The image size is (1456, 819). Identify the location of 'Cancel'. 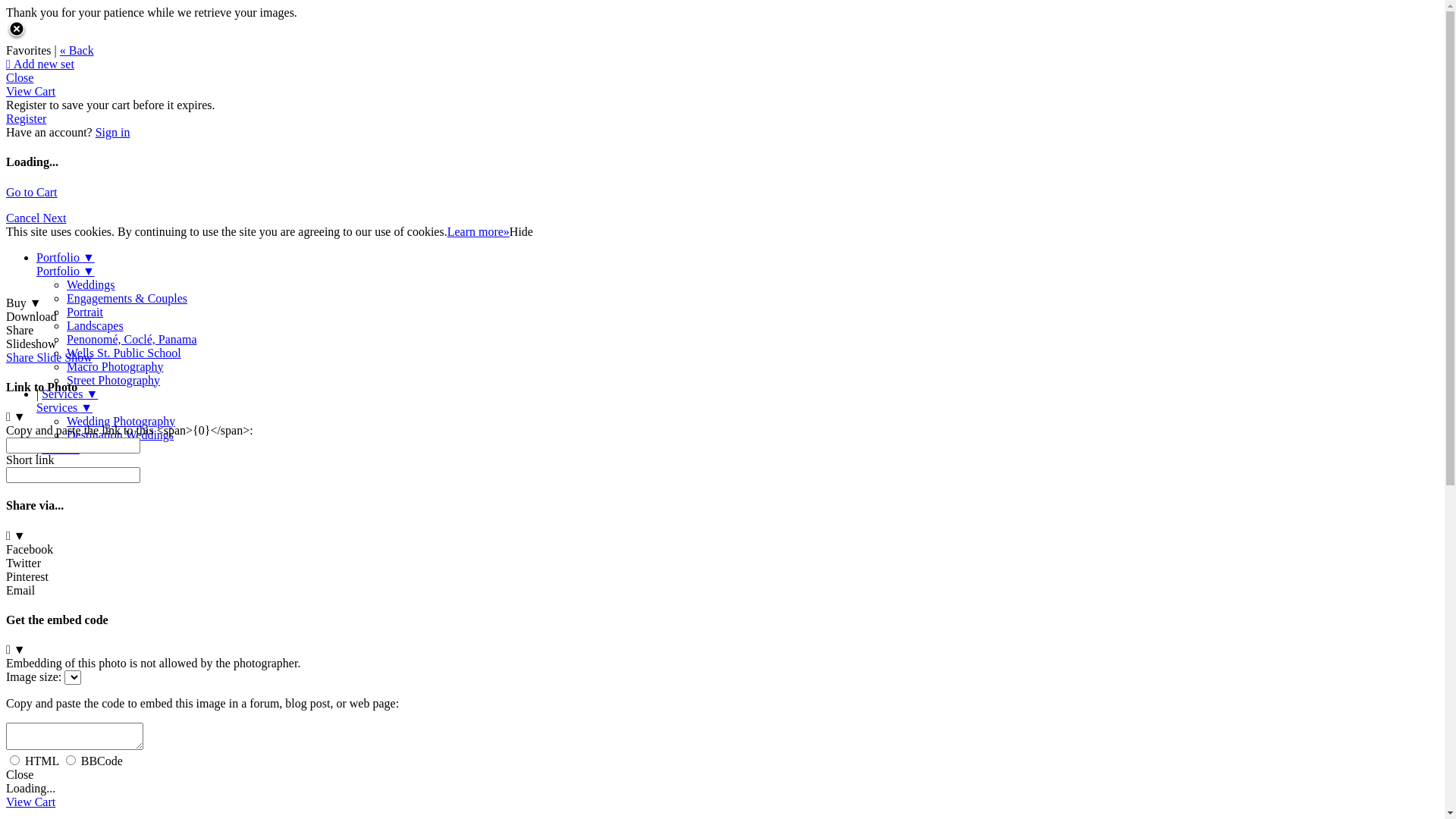
(6, 218).